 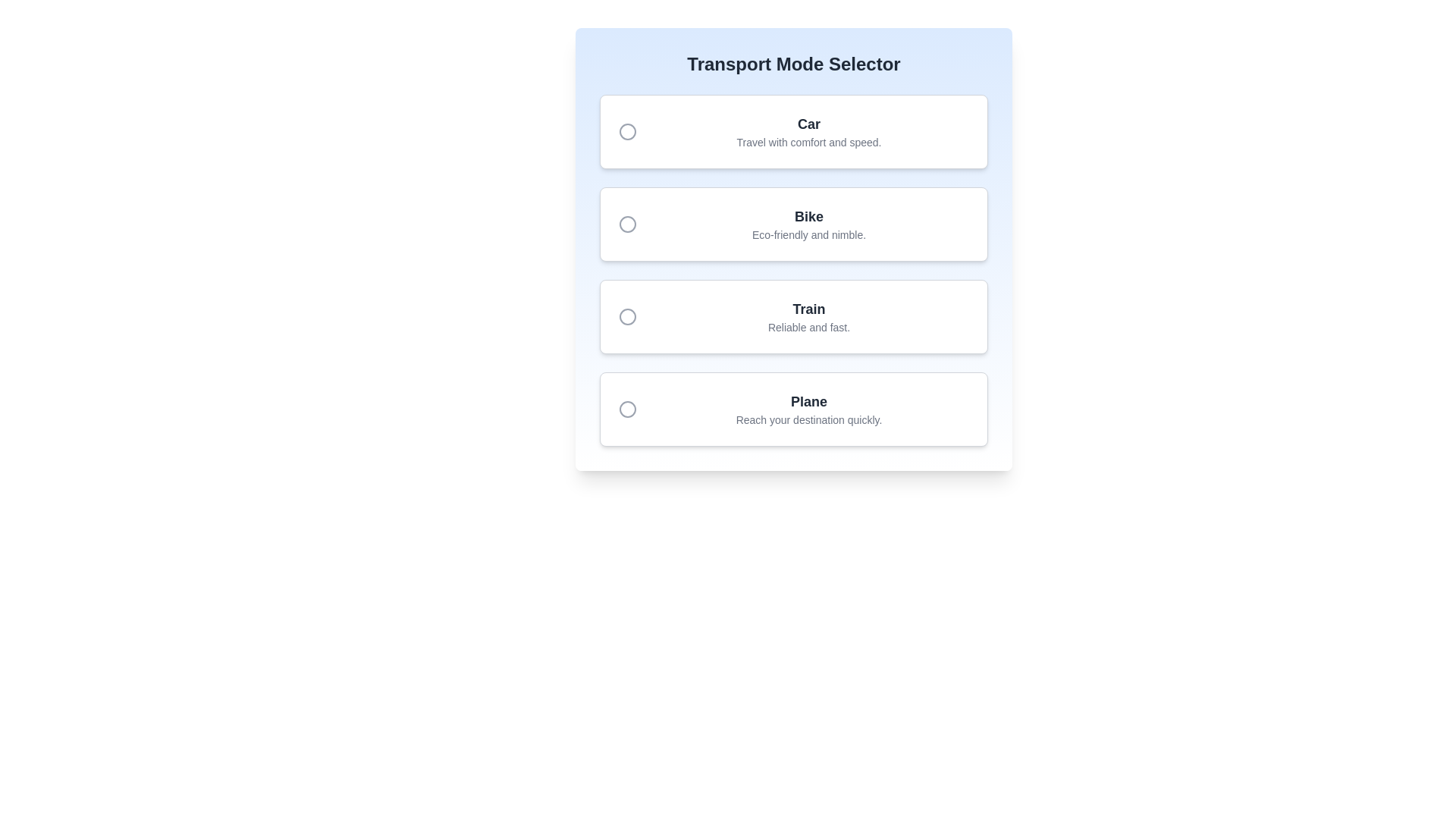 What do you see at coordinates (792, 315) in the screenshot?
I see `the third selectable option for the transport mode, which describes a train service` at bounding box center [792, 315].